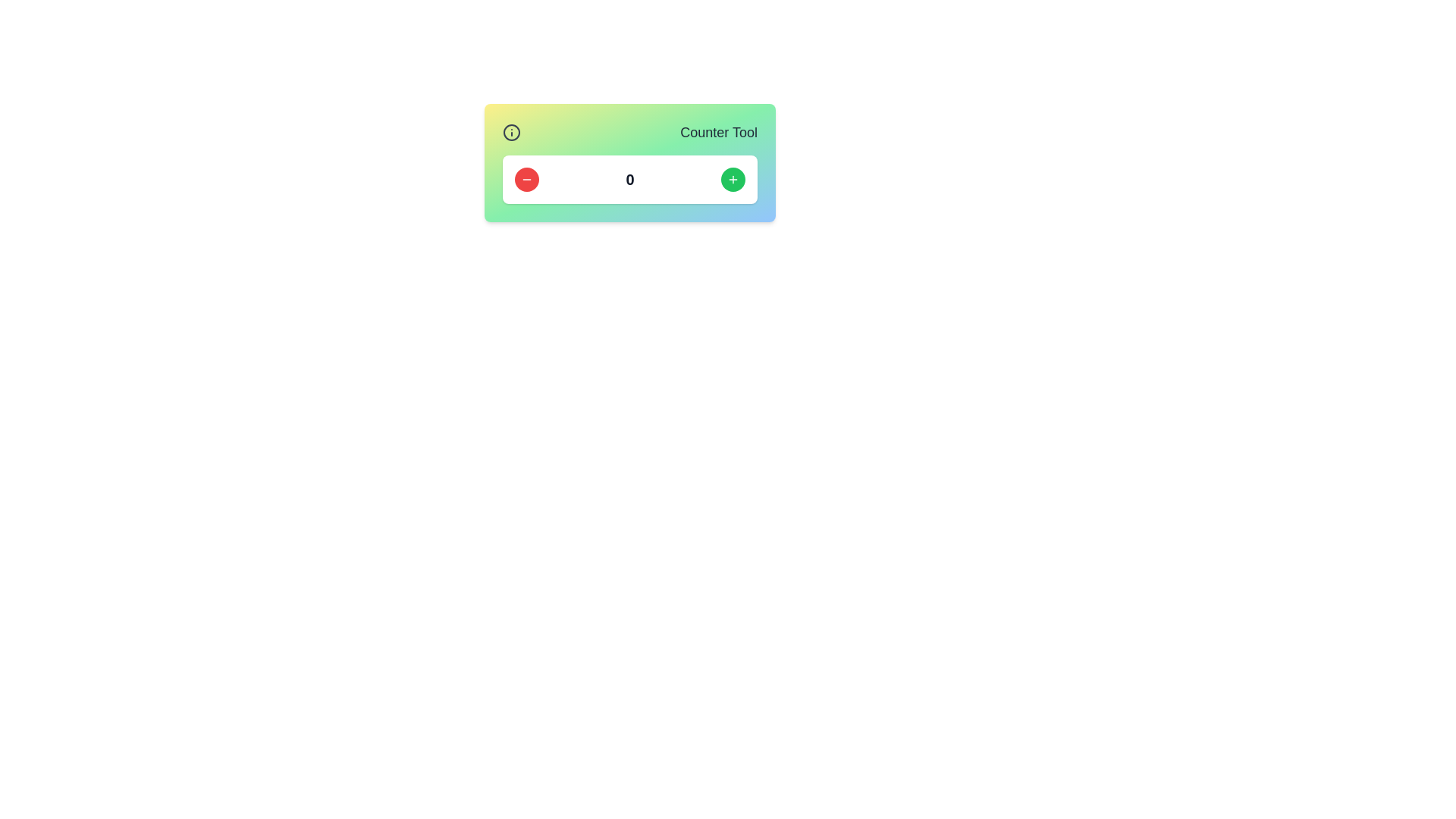 The image size is (1456, 819). What do you see at coordinates (527, 178) in the screenshot?
I see `the circular red button with a white minus sign to change its background color` at bounding box center [527, 178].